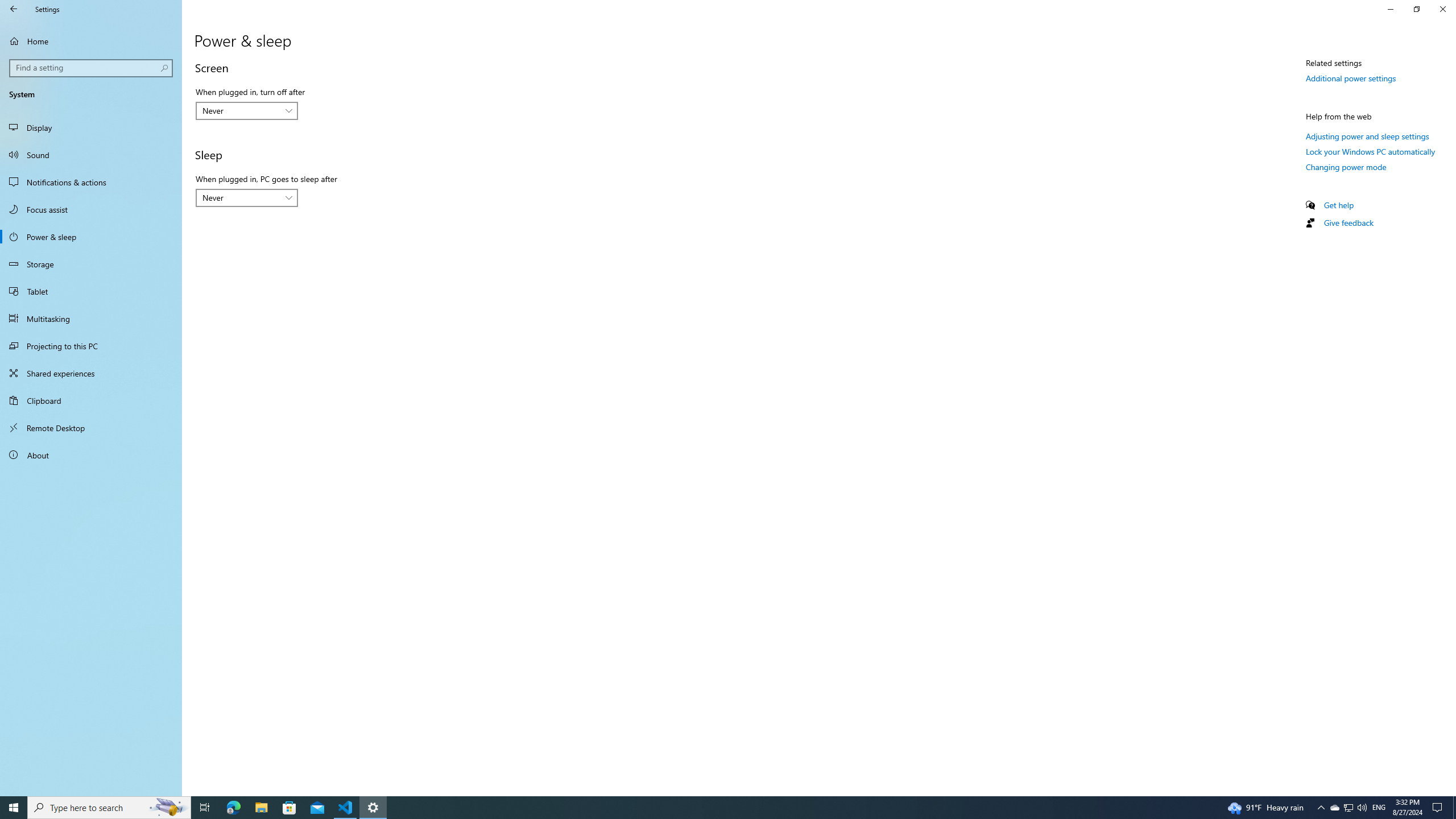 Image resolution: width=1456 pixels, height=819 pixels. What do you see at coordinates (1345, 166) in the screenshot?
I see `'Changing power mode'` at bounding box center [1345, 166].